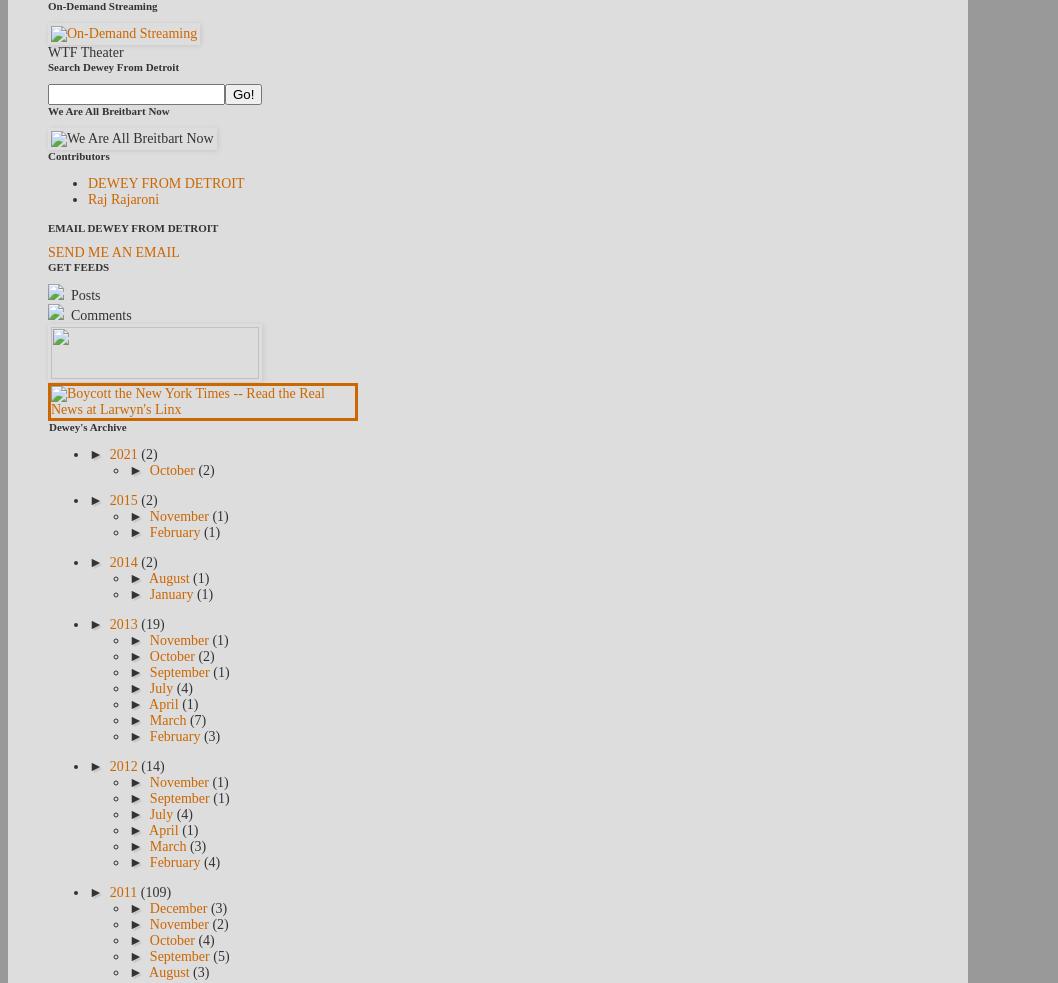 The image size is (1058, 983). I want to click on '(109)', so click(154, 892).